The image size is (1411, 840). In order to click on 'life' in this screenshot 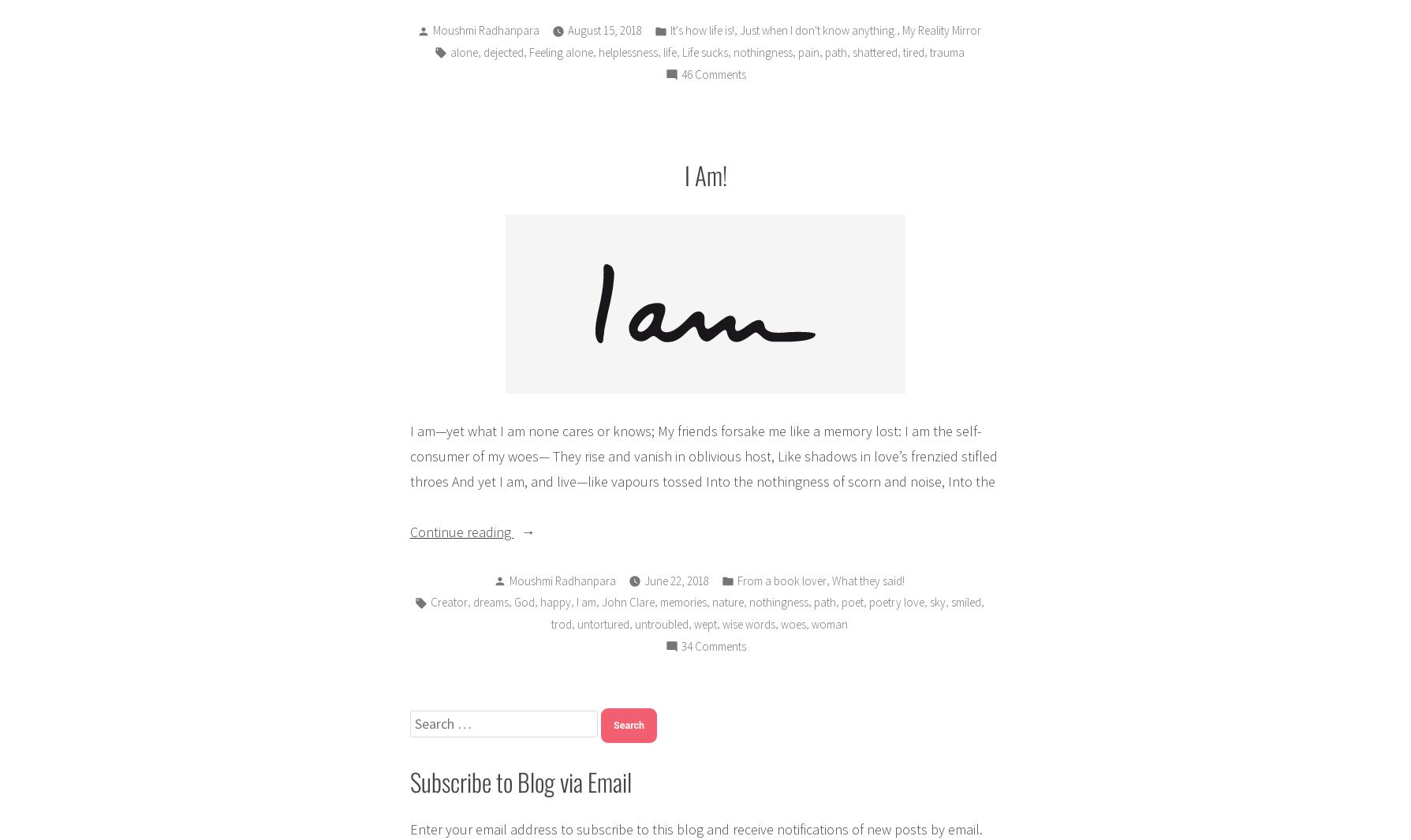, I will do `click(669, 51)`.